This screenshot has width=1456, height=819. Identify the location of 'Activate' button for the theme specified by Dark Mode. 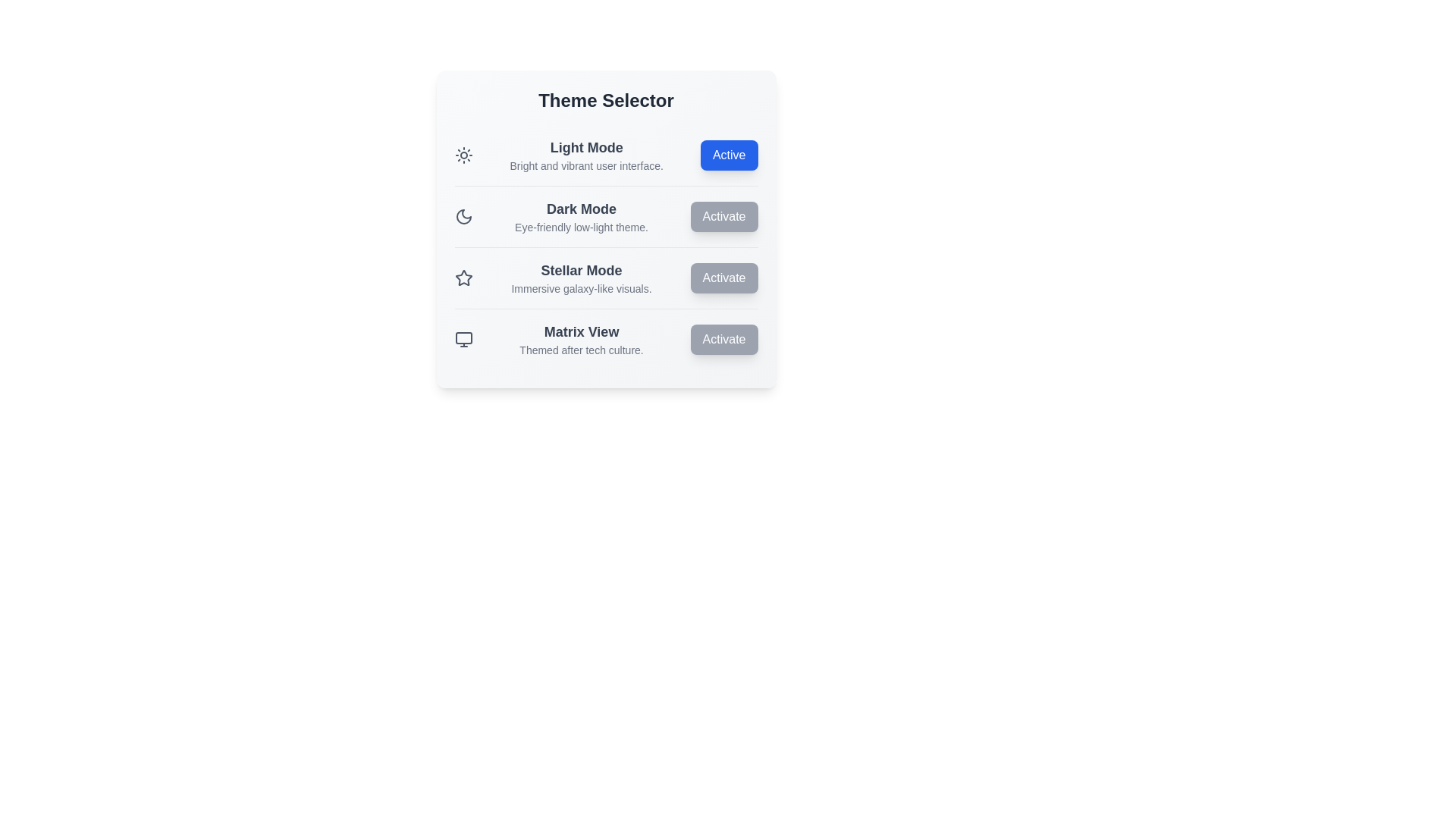
(723, 216).